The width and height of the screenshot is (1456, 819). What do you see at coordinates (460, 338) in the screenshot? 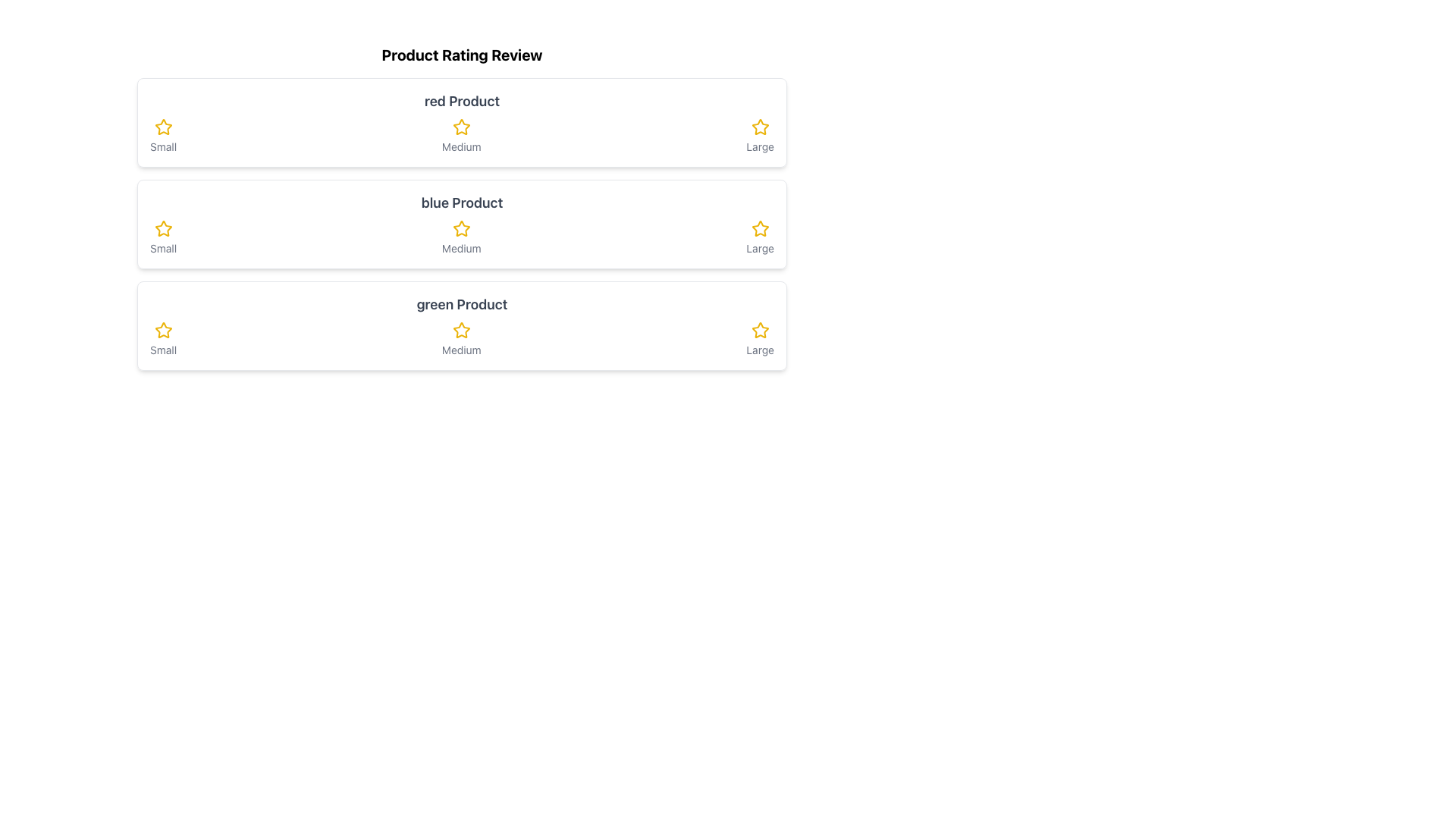
I see `label of the selection option labeled 'Medium', which features a yellow star icon above the text and is styled with a capitalized font. It is the middle item in a horizontal layout associated with the 'Green Product' section` at bounding box center [460, 338].